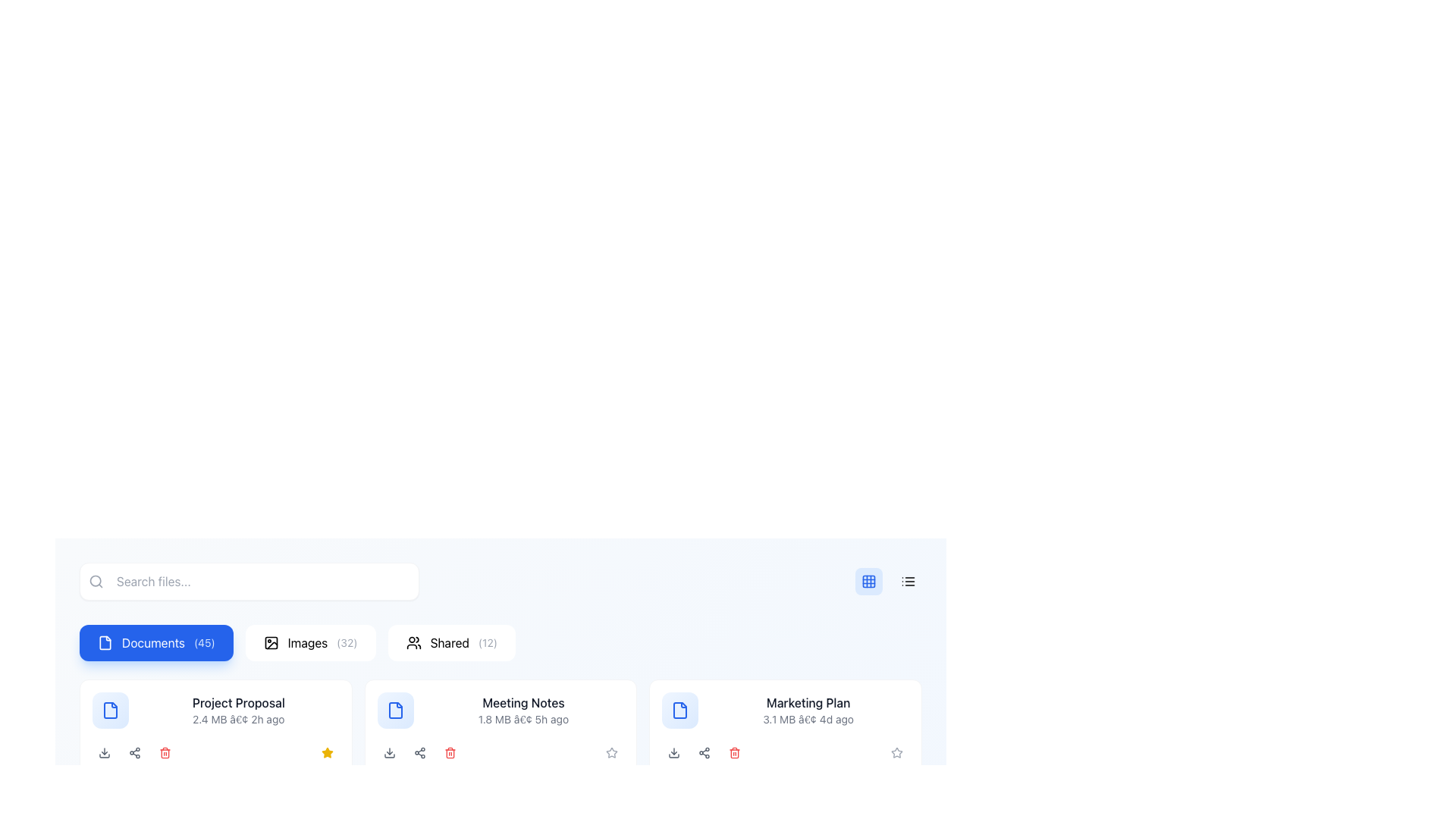 Image resolution: width=1456 pixels, height=819 pixels. What do you see at coordinates (704, 752) in the screenshot?
I see `the 'Share' button located between the 'Download' and 'Delete' icons below the 'Marketing Plan' file entry` at bounding box center [704, 752].